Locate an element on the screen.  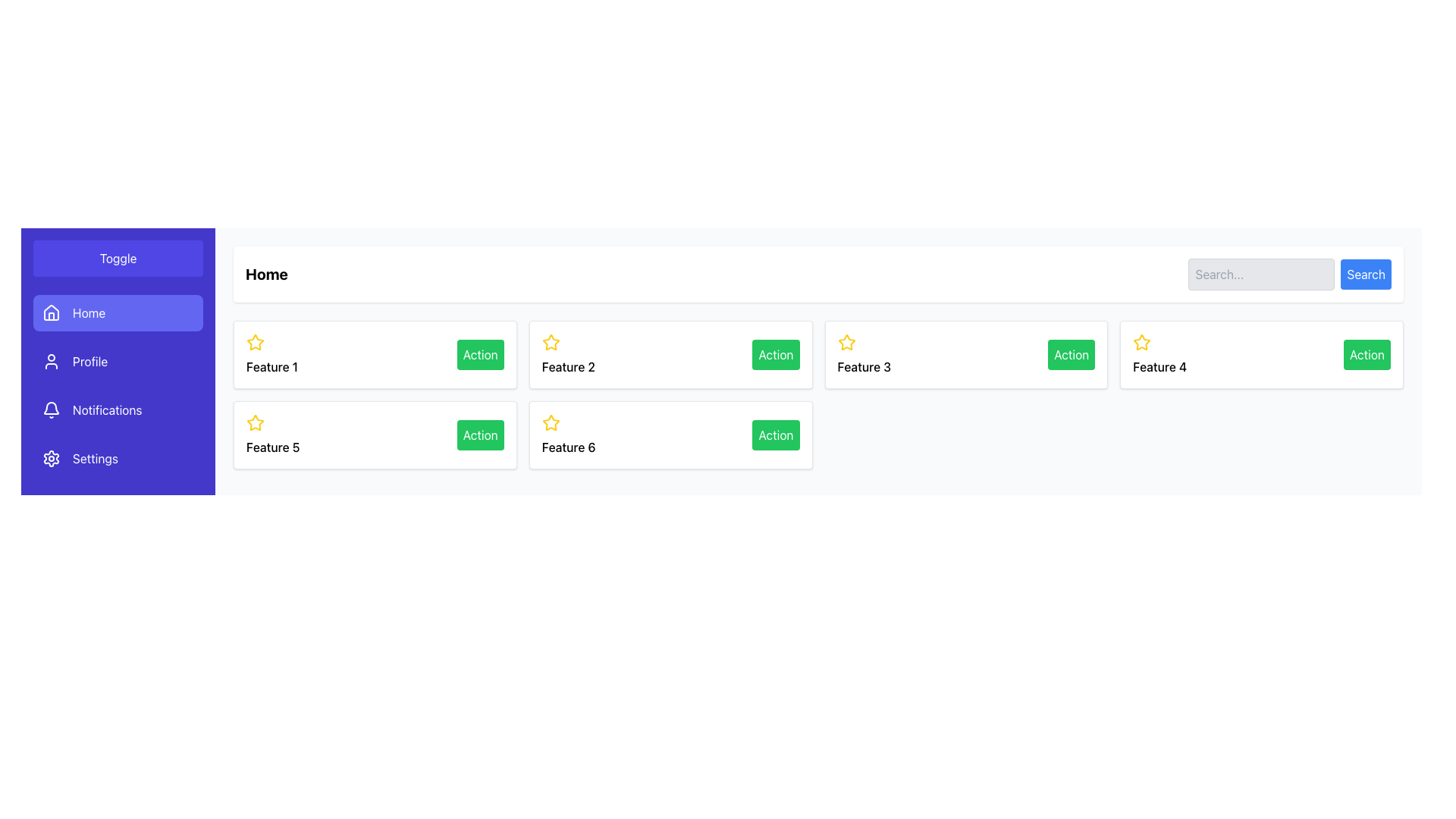
the blue 'Search' button located in the top-right corner of the search bar is located at coordinates (1366, 275).